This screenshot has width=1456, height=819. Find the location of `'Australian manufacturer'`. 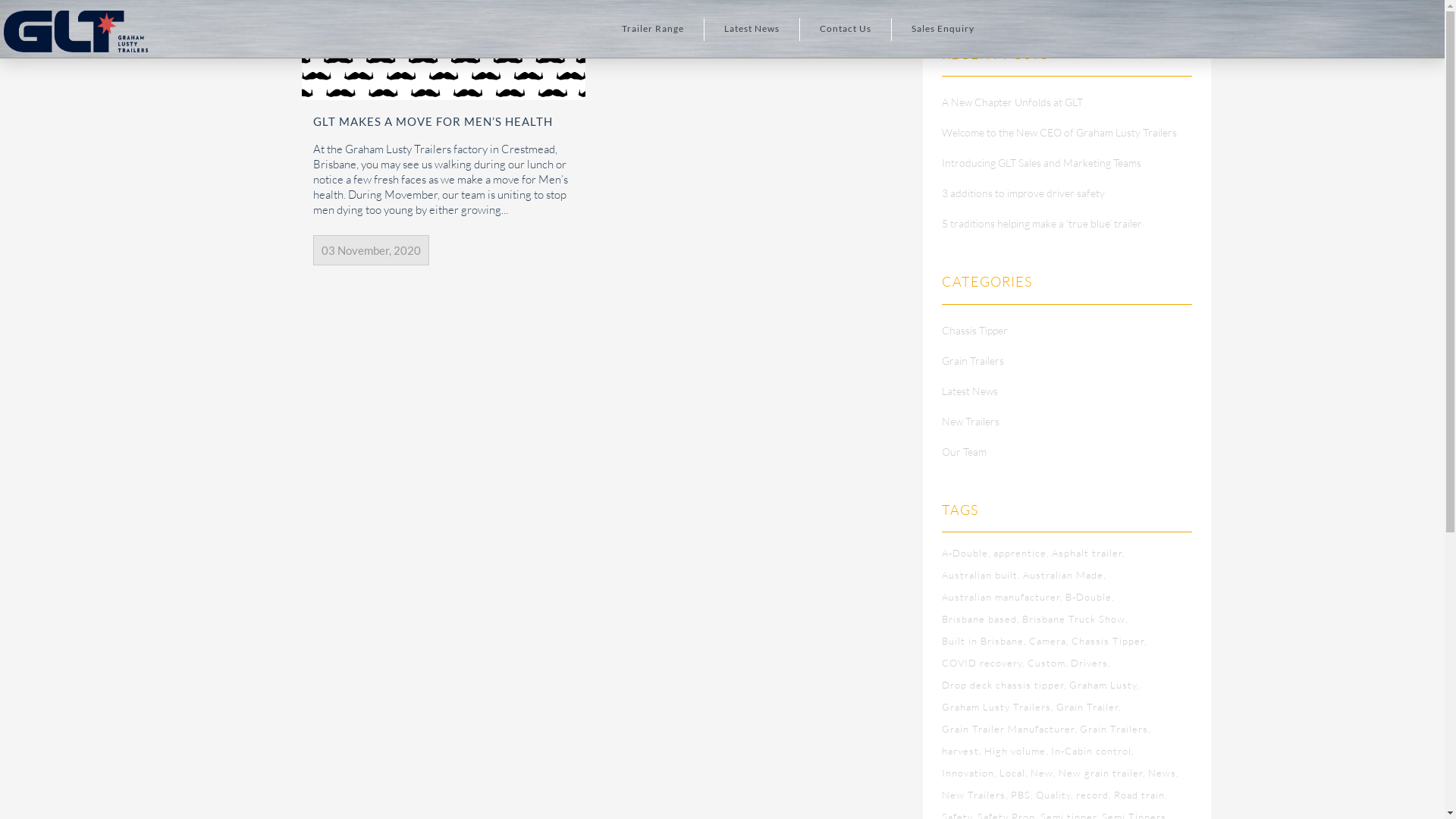

'Australian manufacturer' is located at coordinates (1002, 595).